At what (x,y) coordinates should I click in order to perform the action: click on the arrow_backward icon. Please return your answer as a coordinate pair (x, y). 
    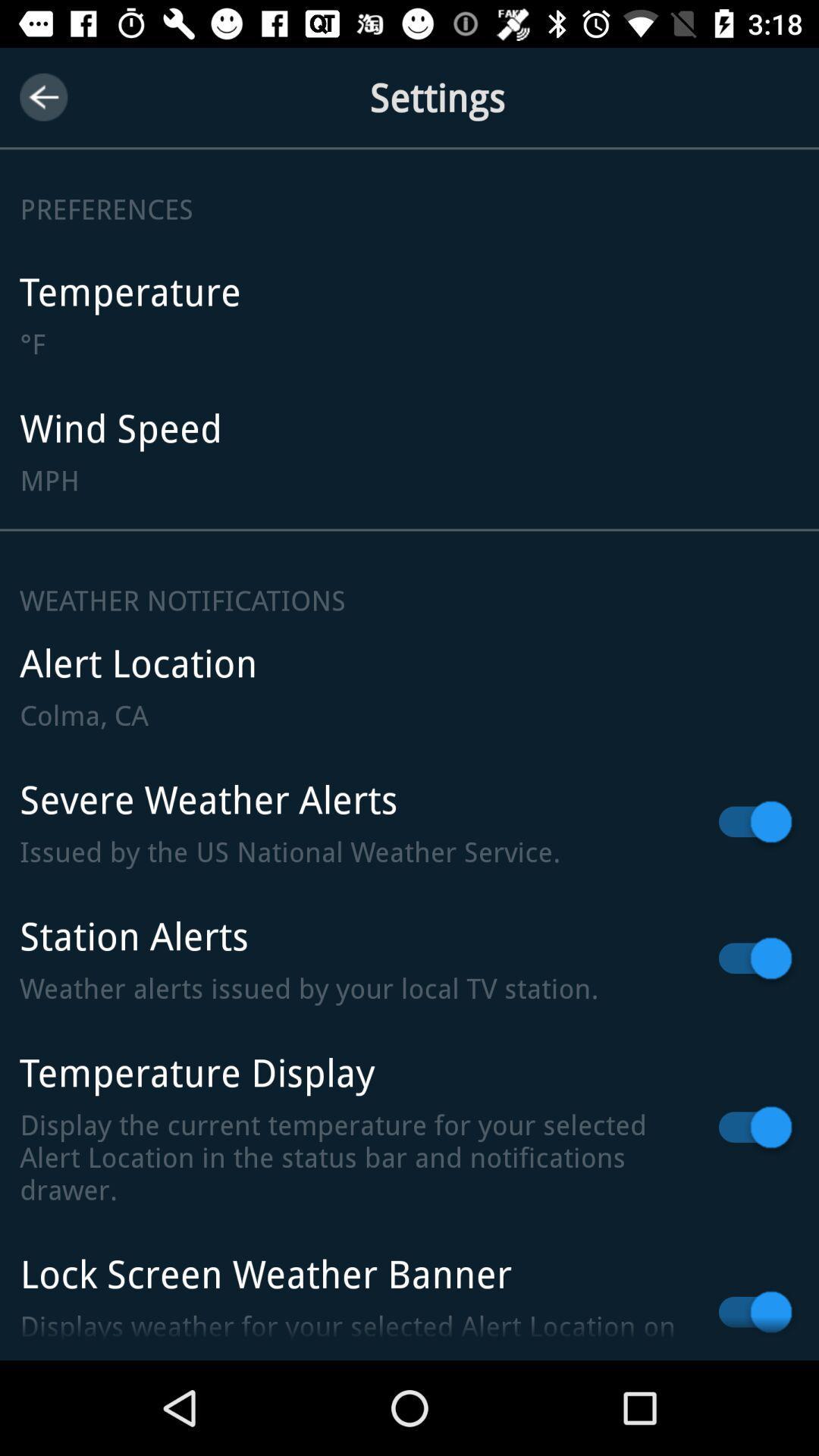
    Looking at the image, I should click on (42, 96).